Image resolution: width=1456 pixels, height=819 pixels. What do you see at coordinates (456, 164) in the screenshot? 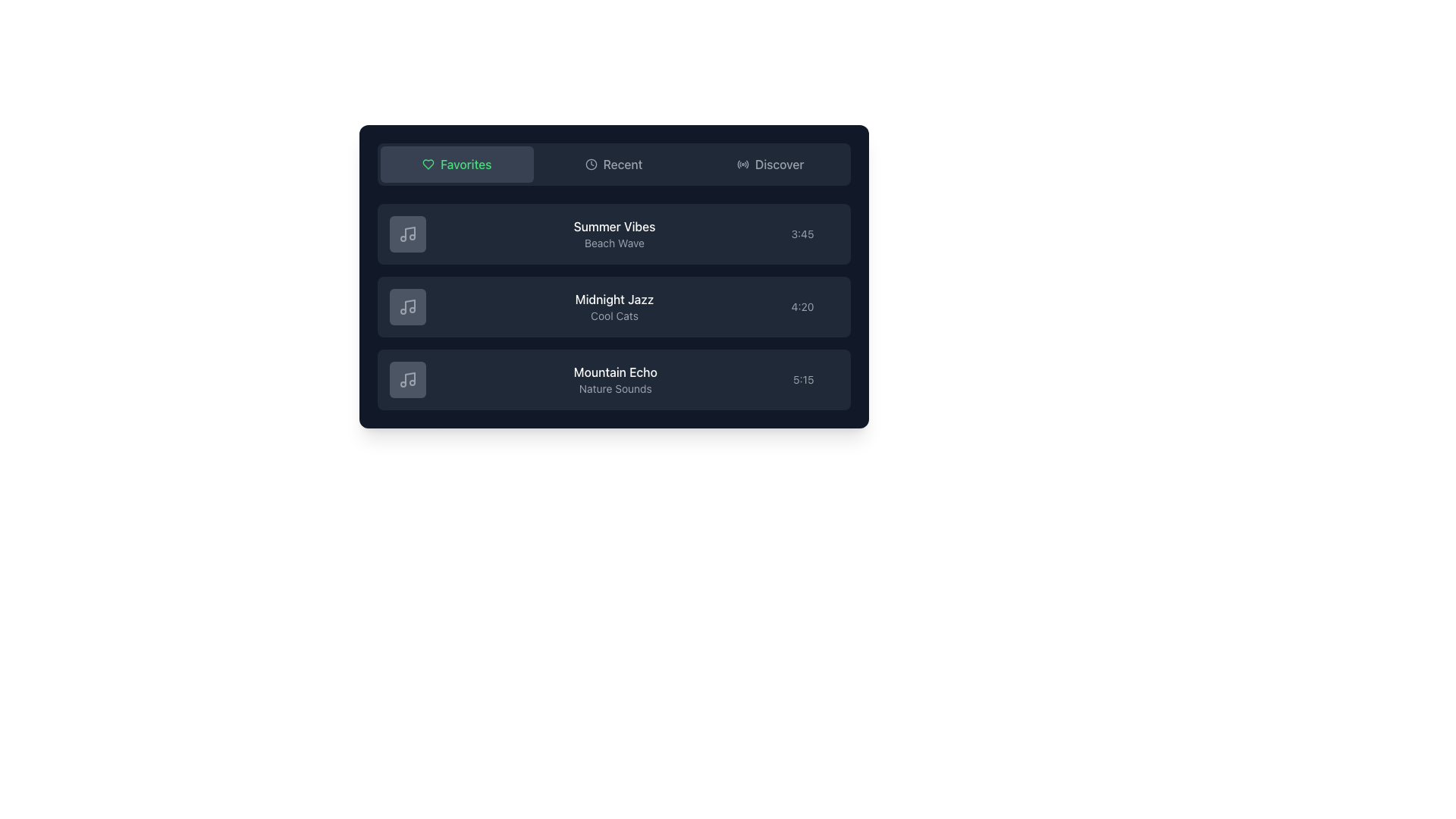
I see `the button labeled 'Favorites', which has a dark gray rounded background and green text` at bounding box center [456, 164].